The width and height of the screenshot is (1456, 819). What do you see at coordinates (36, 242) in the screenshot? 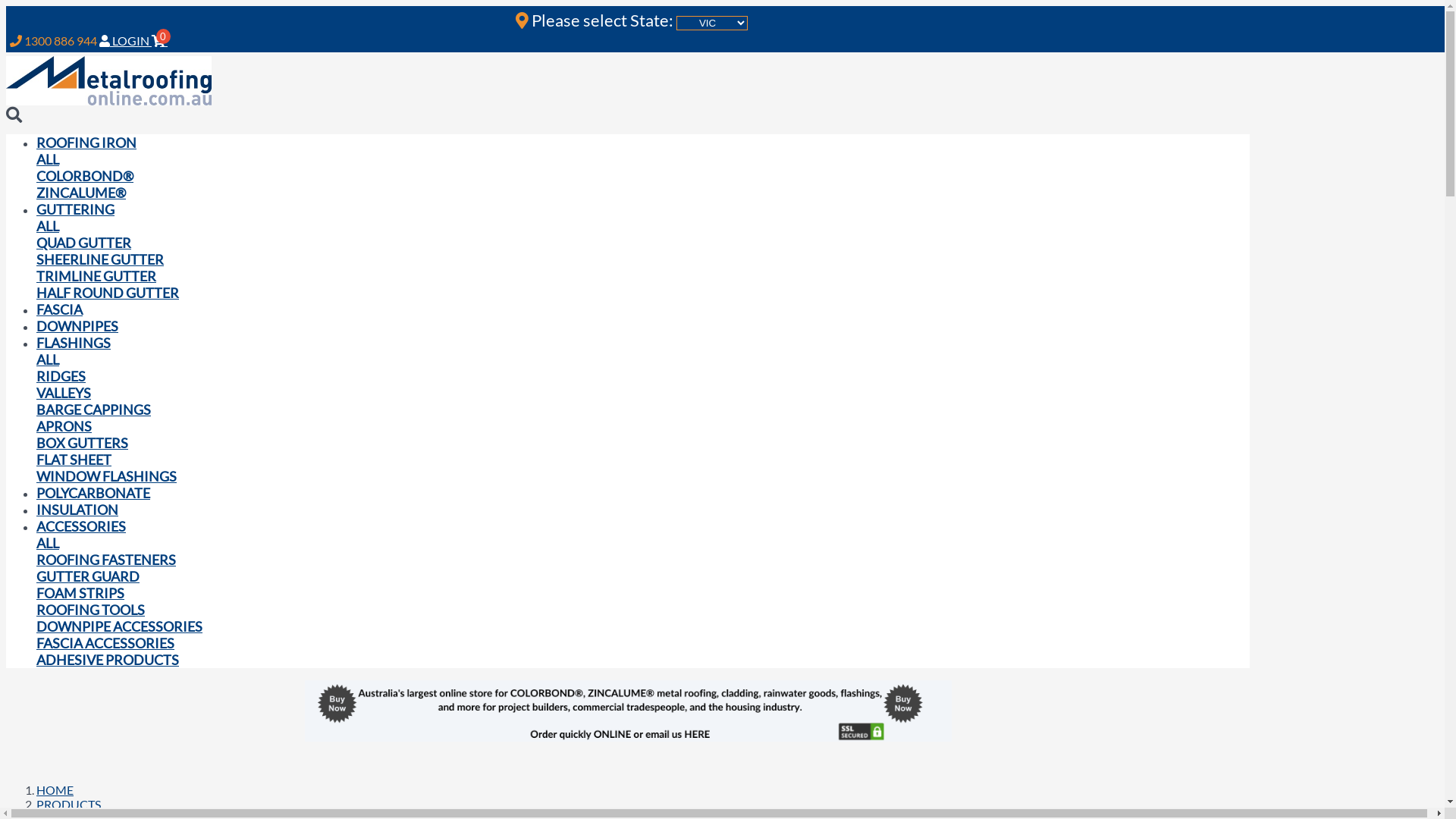
I see `'QUAD GUTTER'` at bounding box center [36, 242].